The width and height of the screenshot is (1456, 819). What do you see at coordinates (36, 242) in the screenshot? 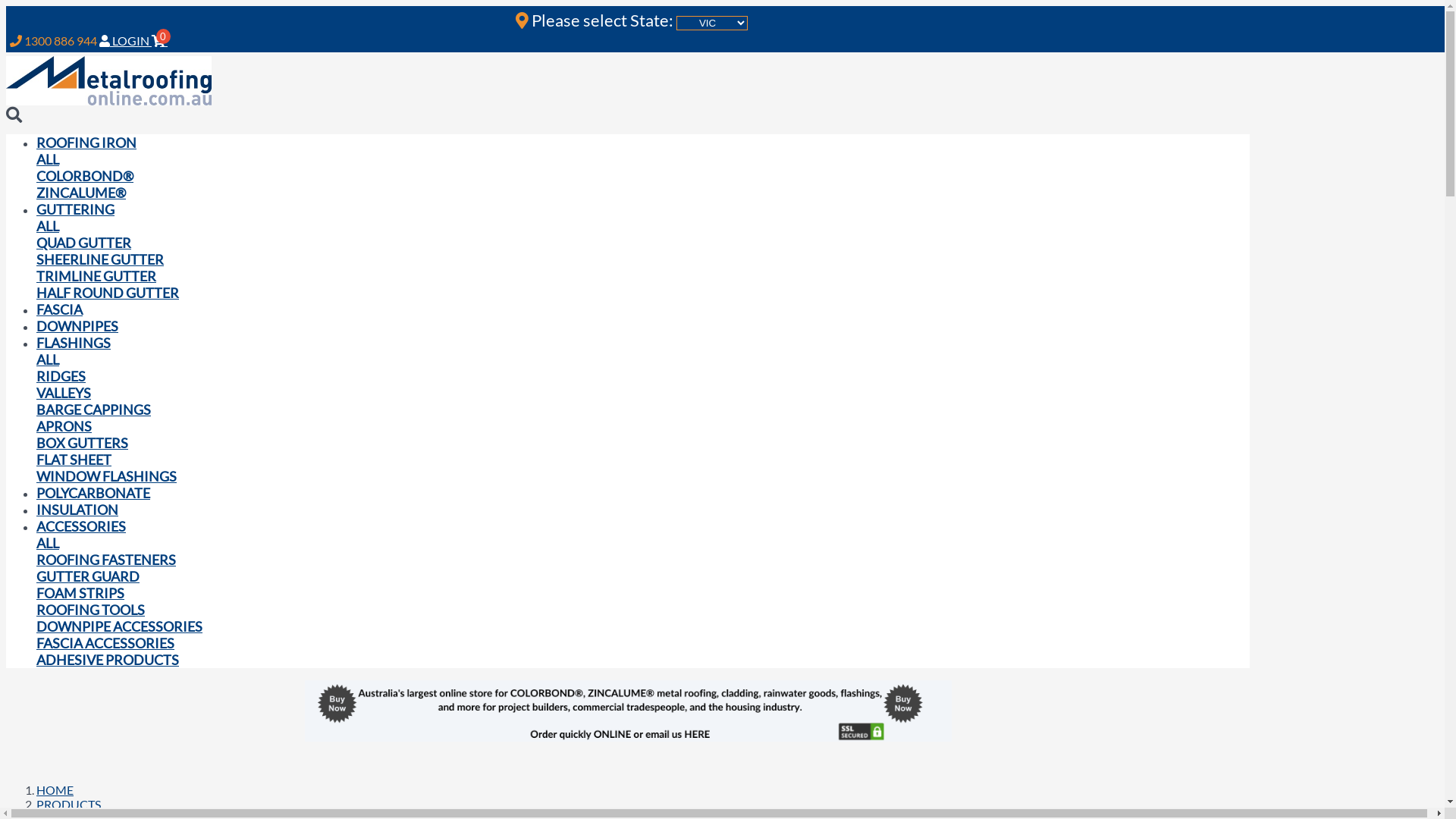
I see `'QUAD GUTTER'` at bounding box center [36, 242].